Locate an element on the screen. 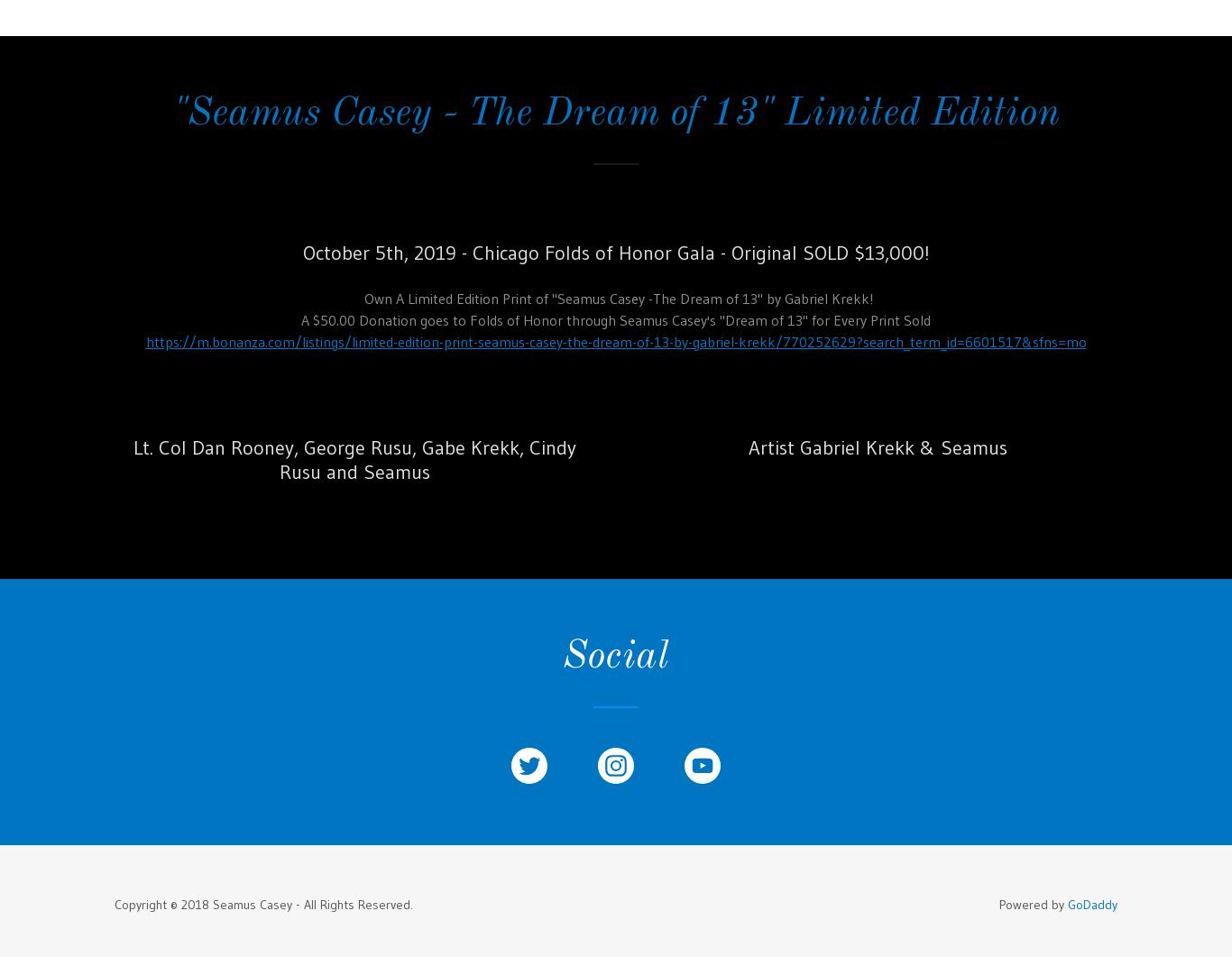 Image resolution: width=1232 pixels, height=957 pixels. 'Lt. Col Dan Rooney, George Rusu, Gabe Krekk, Cindy Rusu and Seamus' is located at coordinates (353, 459).